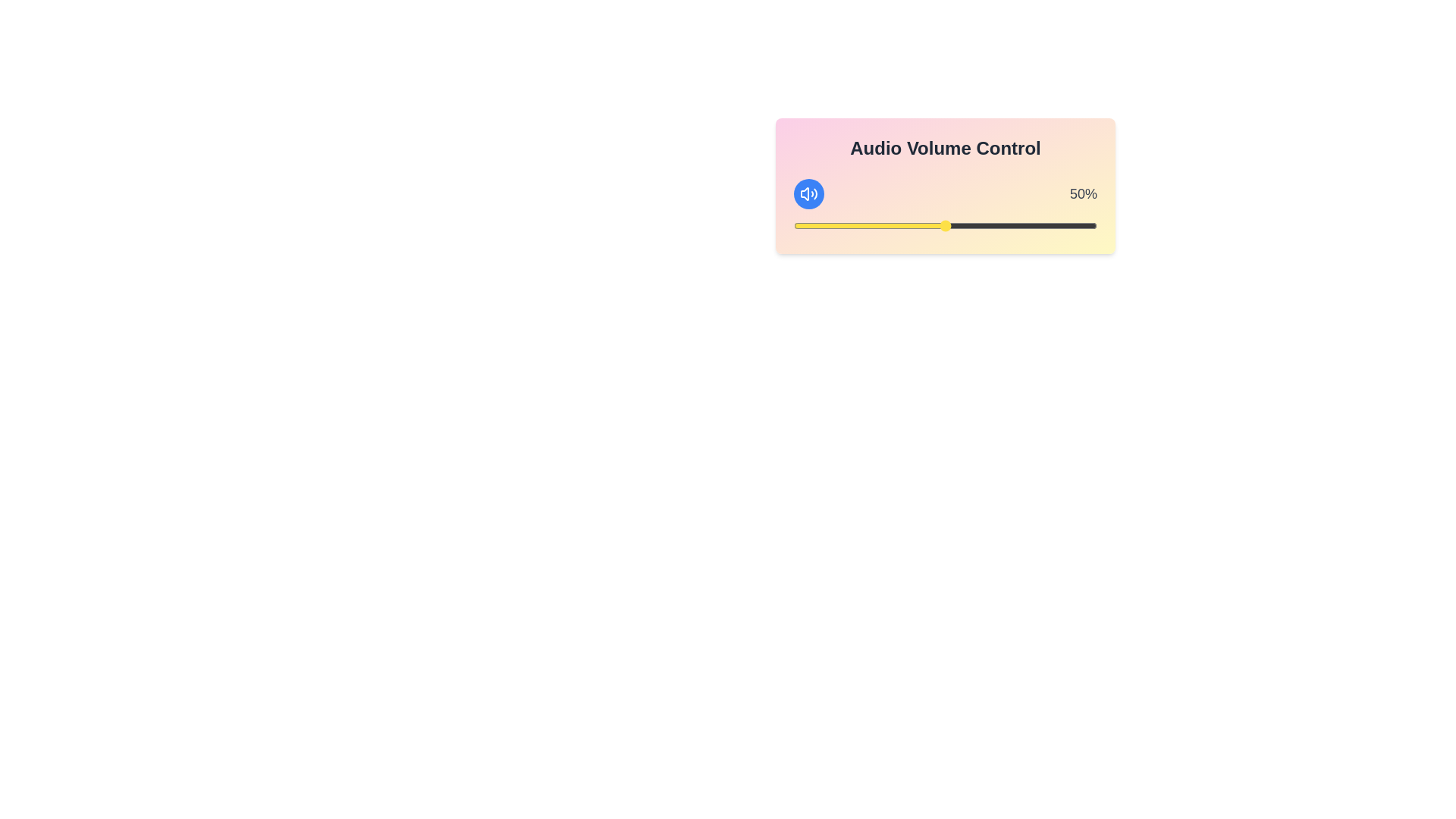 This screenshot has height=819, width=1456. What do you see at coordinates (972, 225) in the screenshot?
I see `the volume to 59% by dragging the slider` at bounding box center [972, 225].